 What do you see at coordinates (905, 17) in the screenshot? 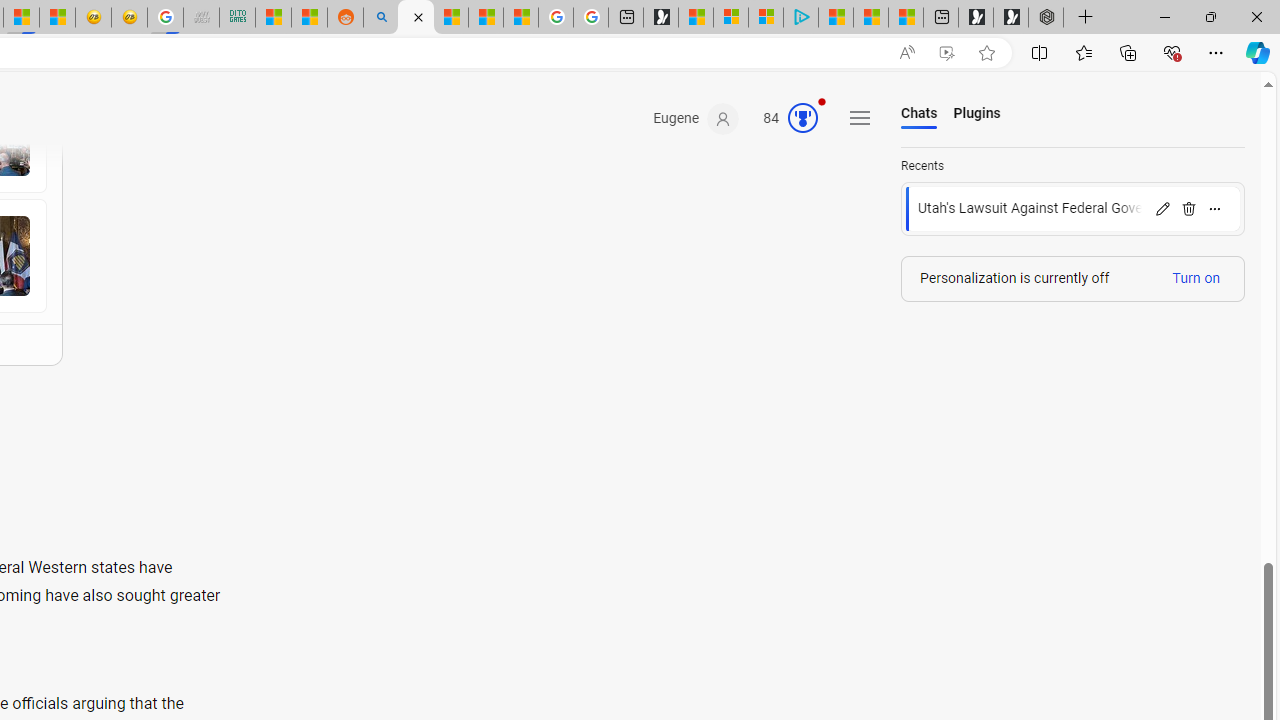
I see `'These 3 Stocks Pay You More Than 5% to Own Them'` at bounding box center [905, 17].